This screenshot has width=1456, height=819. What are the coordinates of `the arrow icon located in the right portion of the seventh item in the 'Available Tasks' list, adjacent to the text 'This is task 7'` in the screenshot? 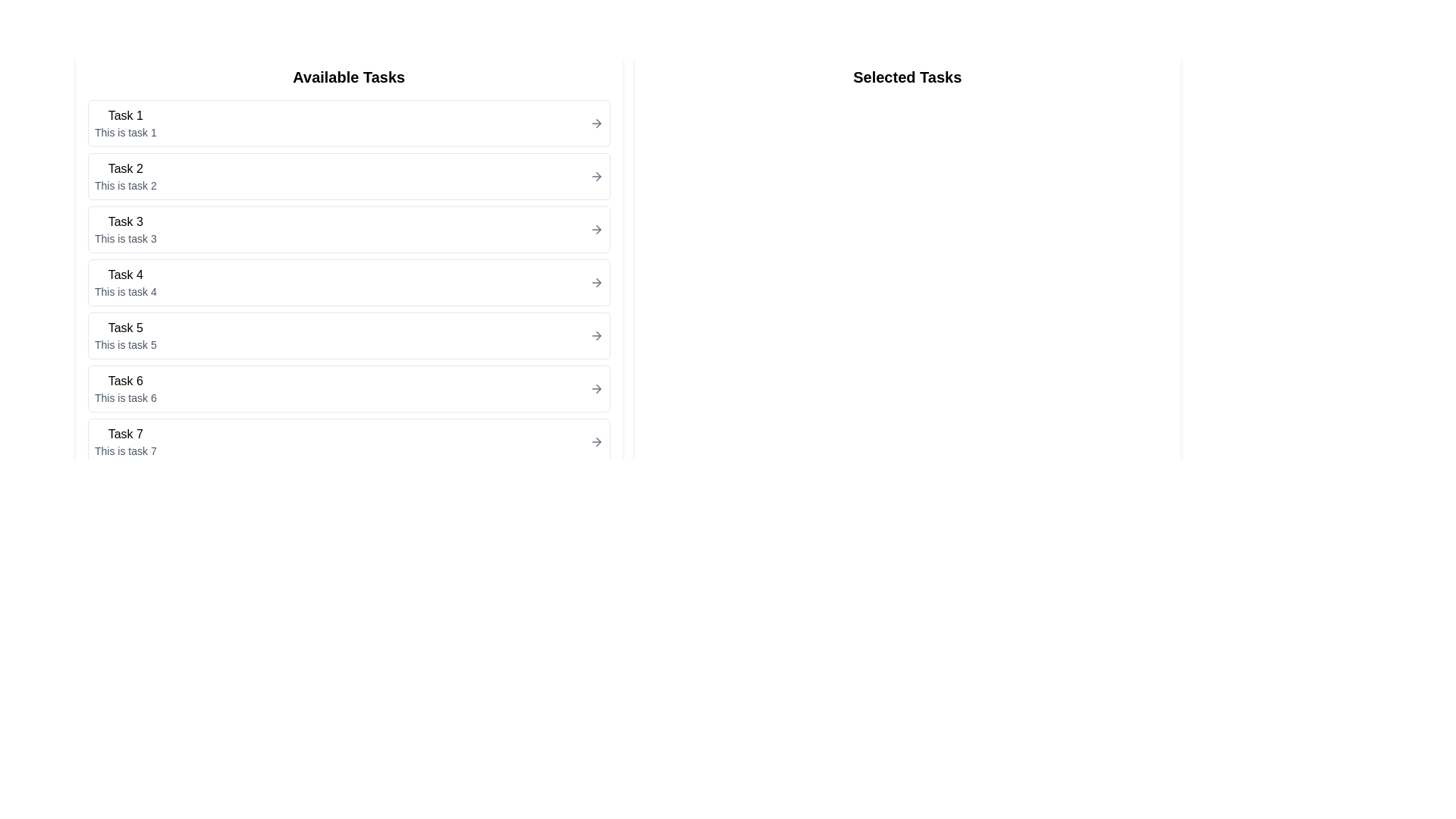 It's located at (598, 441).